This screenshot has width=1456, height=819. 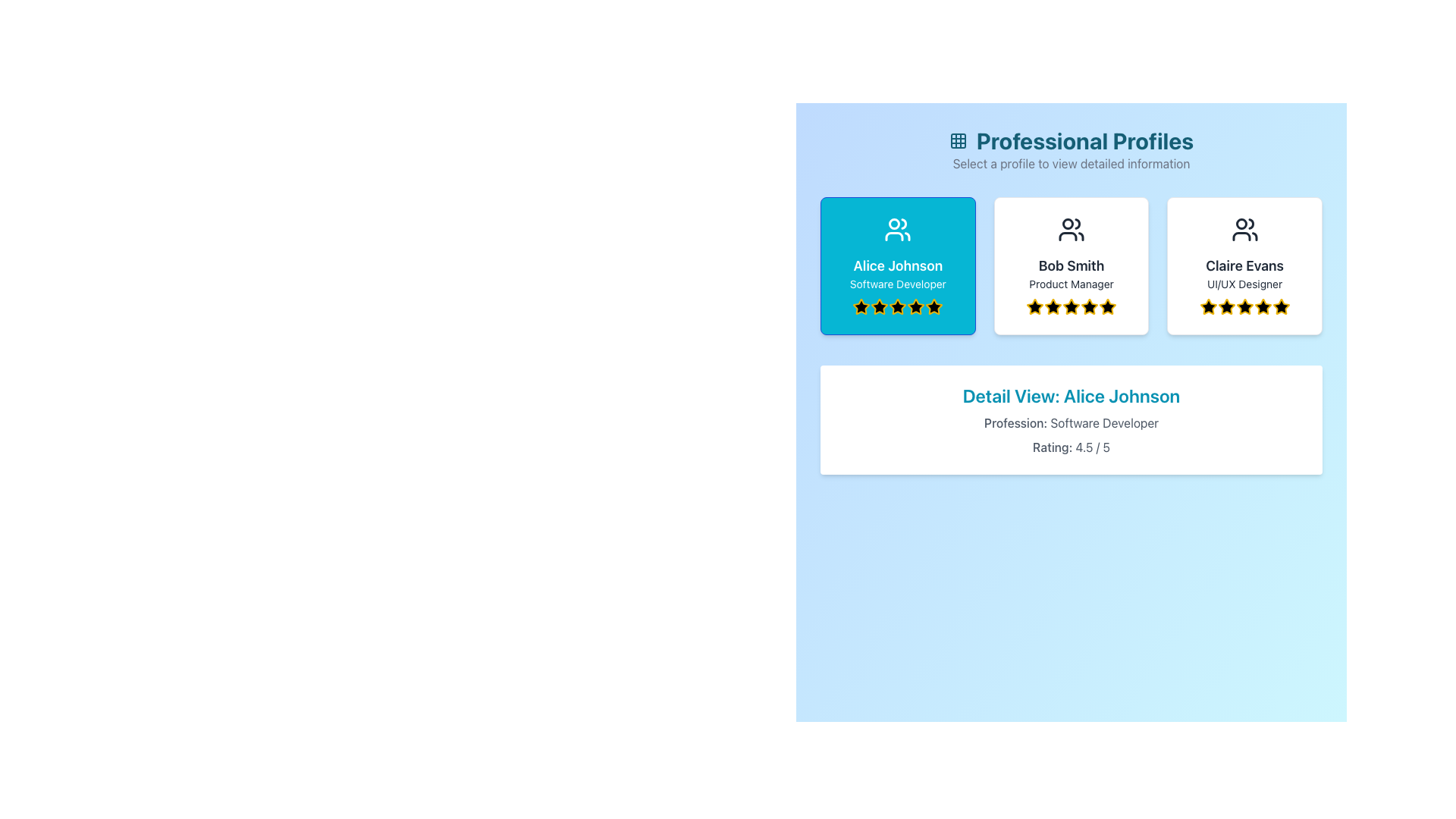 What do you see at coordinates (915, 307) in the screenshot?
I see `the last five-pointed star icon with a black fill and a yellow outline, located in the horizontal group of star icons below the name 'Alice Johnson' and 'Software Developer' designation` at bounding box center [915, 307].